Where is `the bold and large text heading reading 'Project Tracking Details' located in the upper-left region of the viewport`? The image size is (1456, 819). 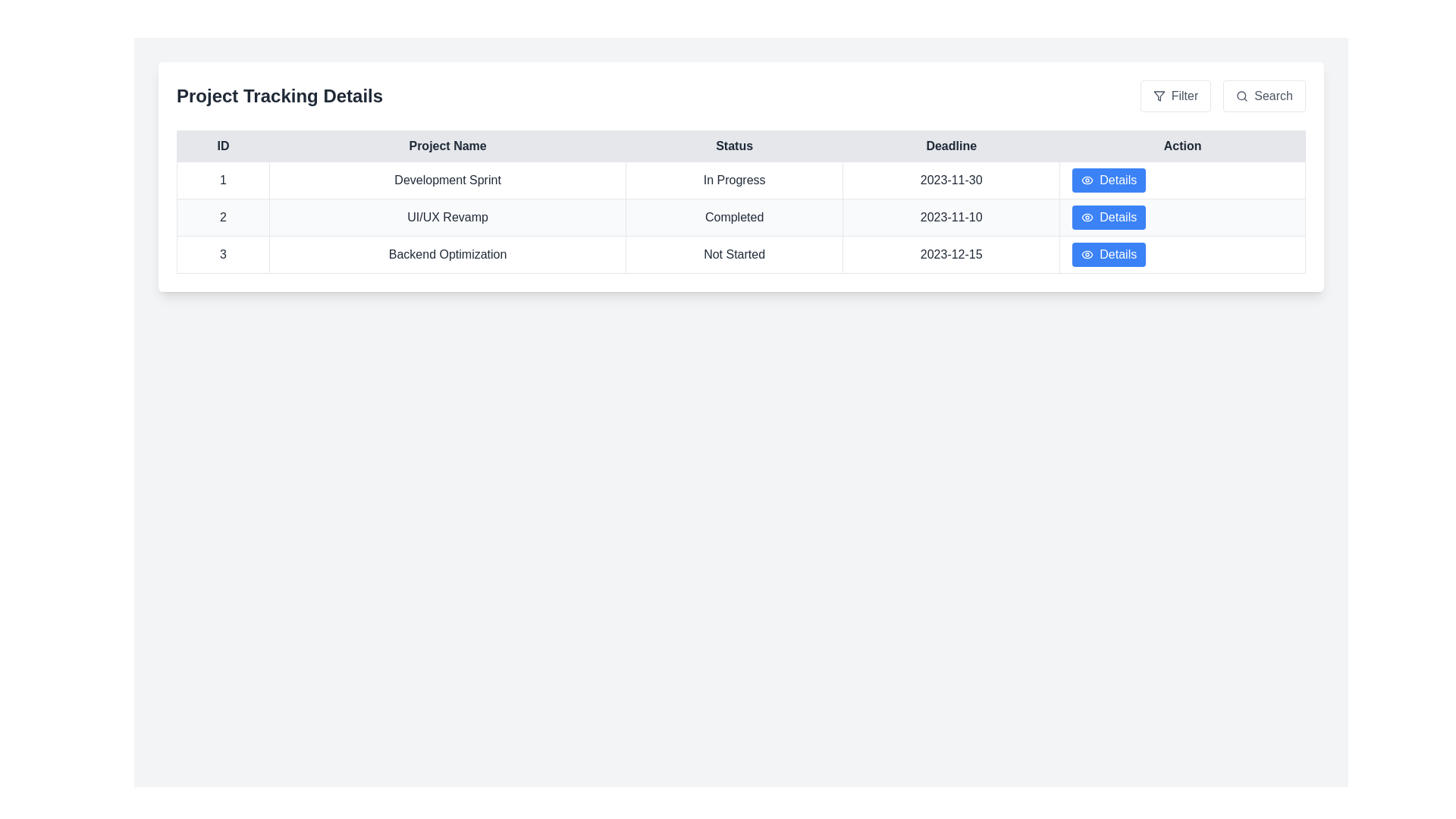
the bold and large text heading reading 'Project Tracking Details' located in the upper-left region of the viewport is located at coordinates (280, 96).